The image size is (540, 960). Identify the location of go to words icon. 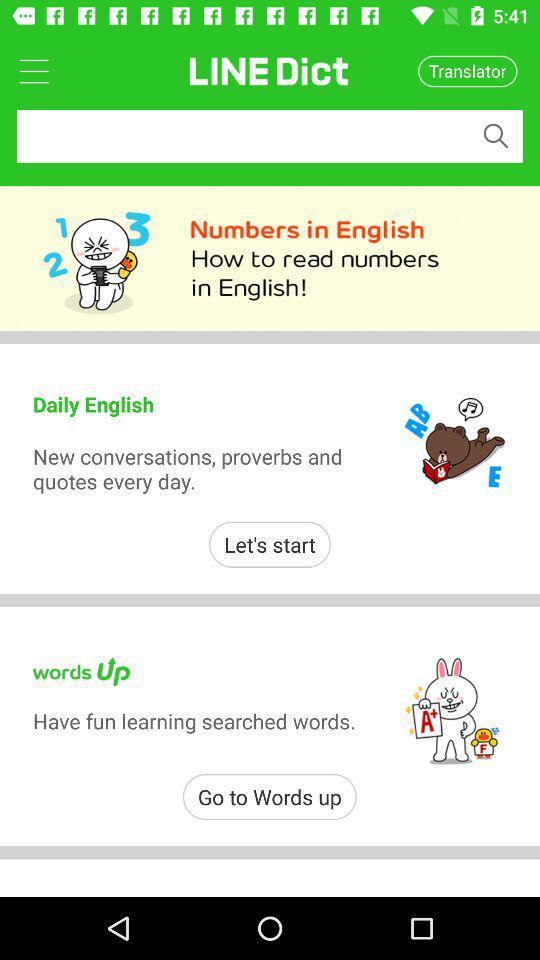
(269, 797).